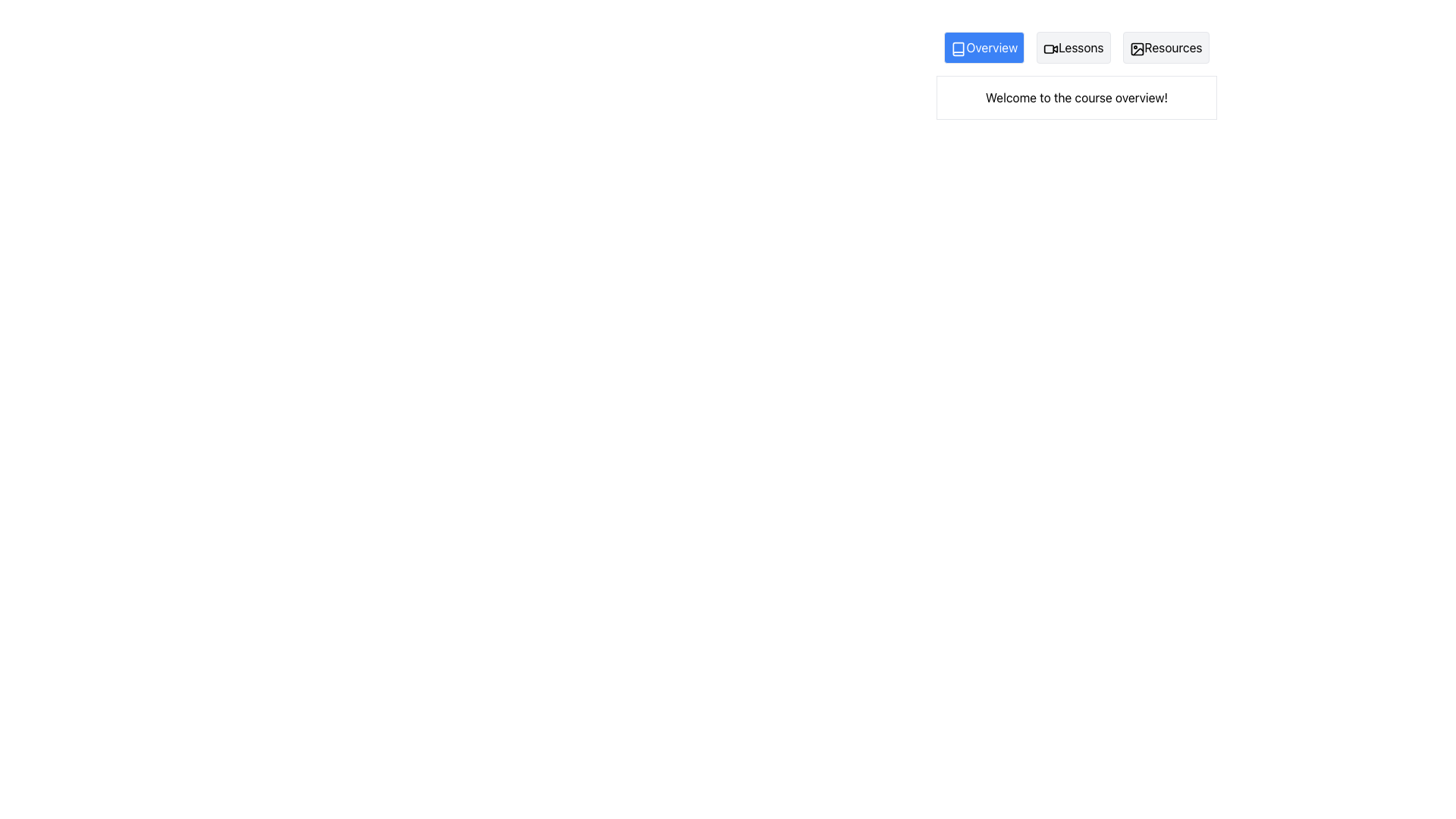 The height and width of the screenshot is (819, 1456). I want to click on the 'Lessons' button, which is a rectangular button with a gray background and a video camera icon on the left side, so click(1076, 46).